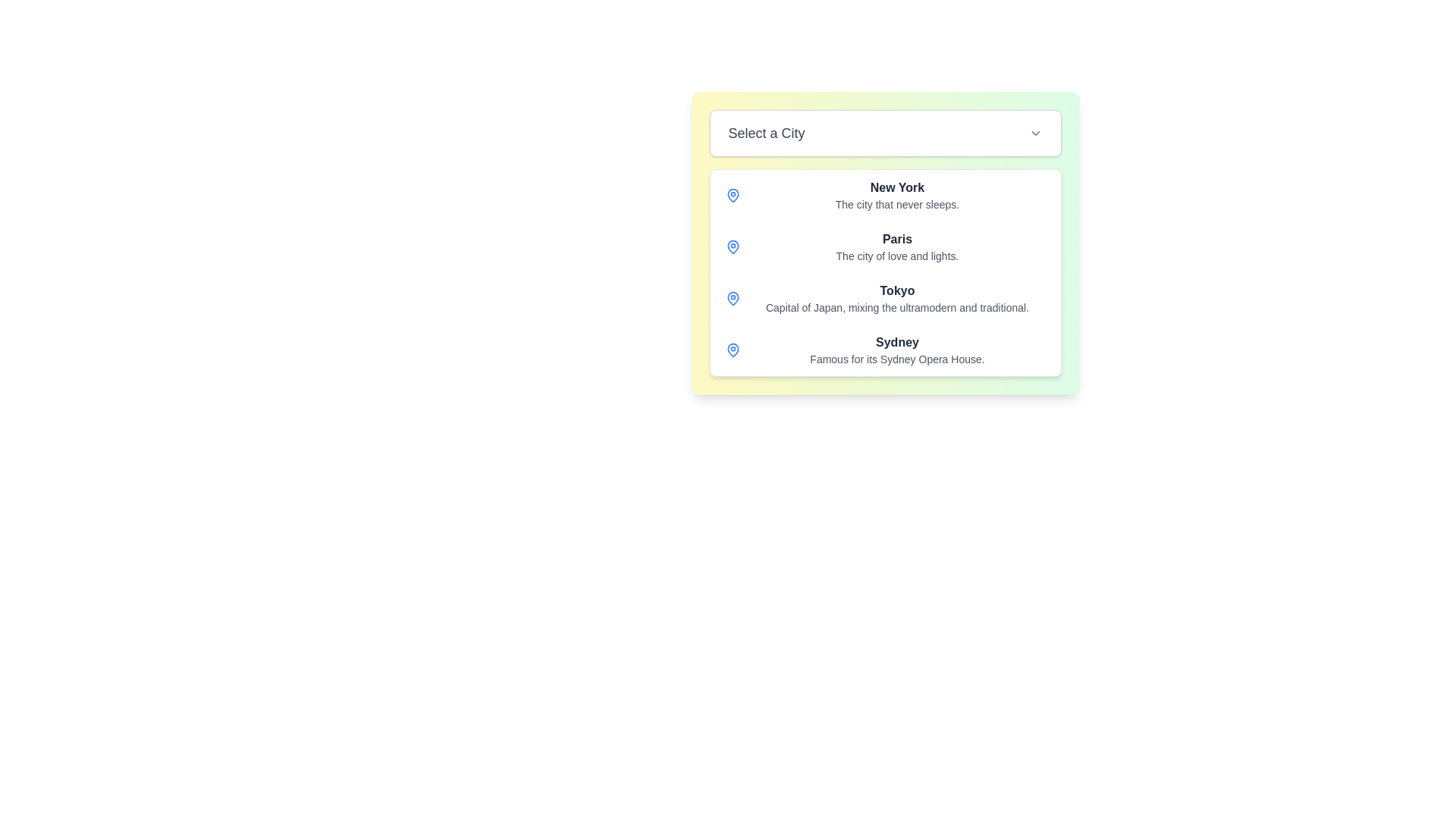 The image size is (1456, 819). I want to click on the topmost map pin icon representing the city 'New York' in the dropdown interface, so click(733, 195).